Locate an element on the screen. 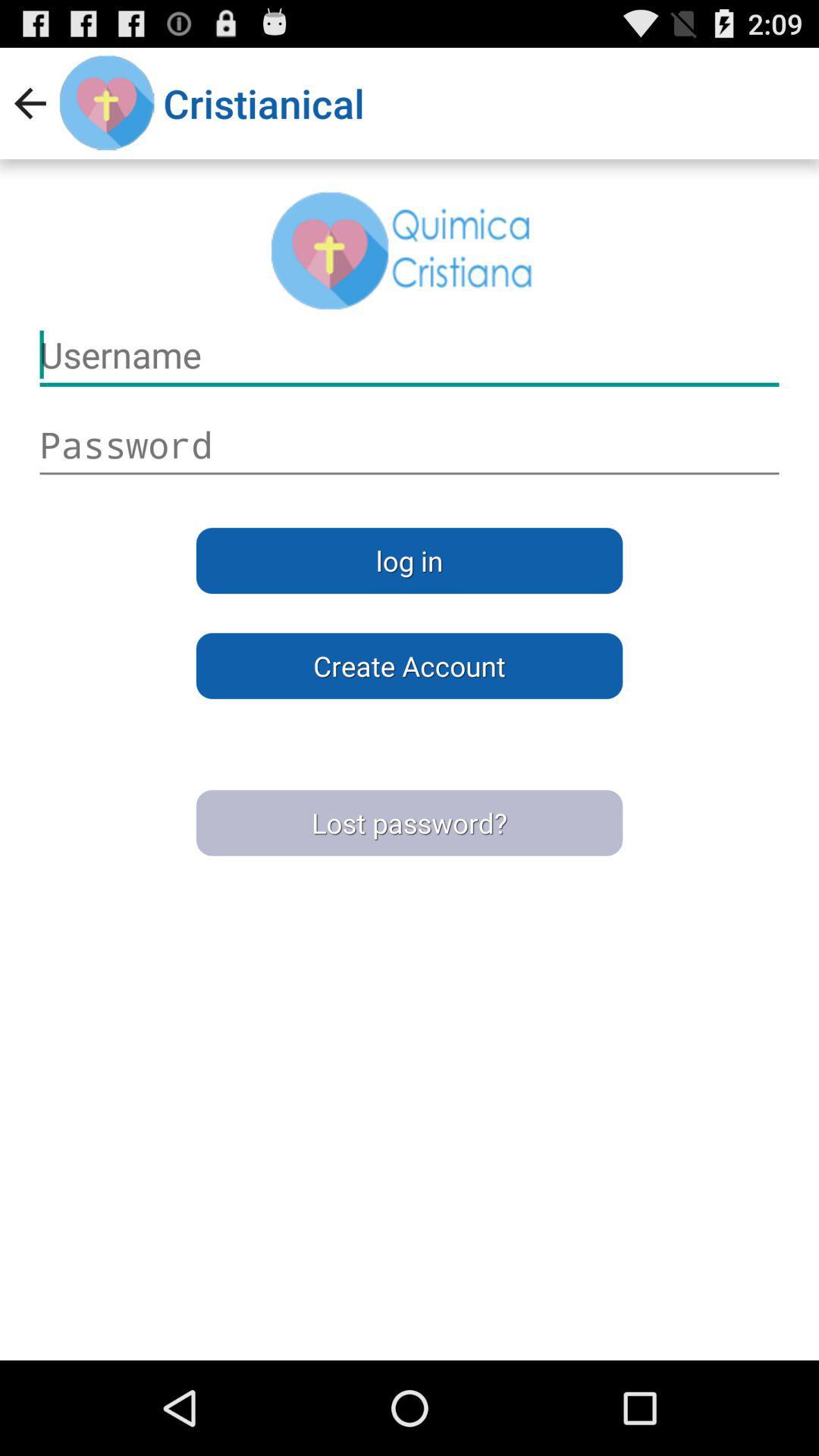 Image resolution: width=819 pixels, height=1456 pixels. the create account item is located at coordinates (409, 666).